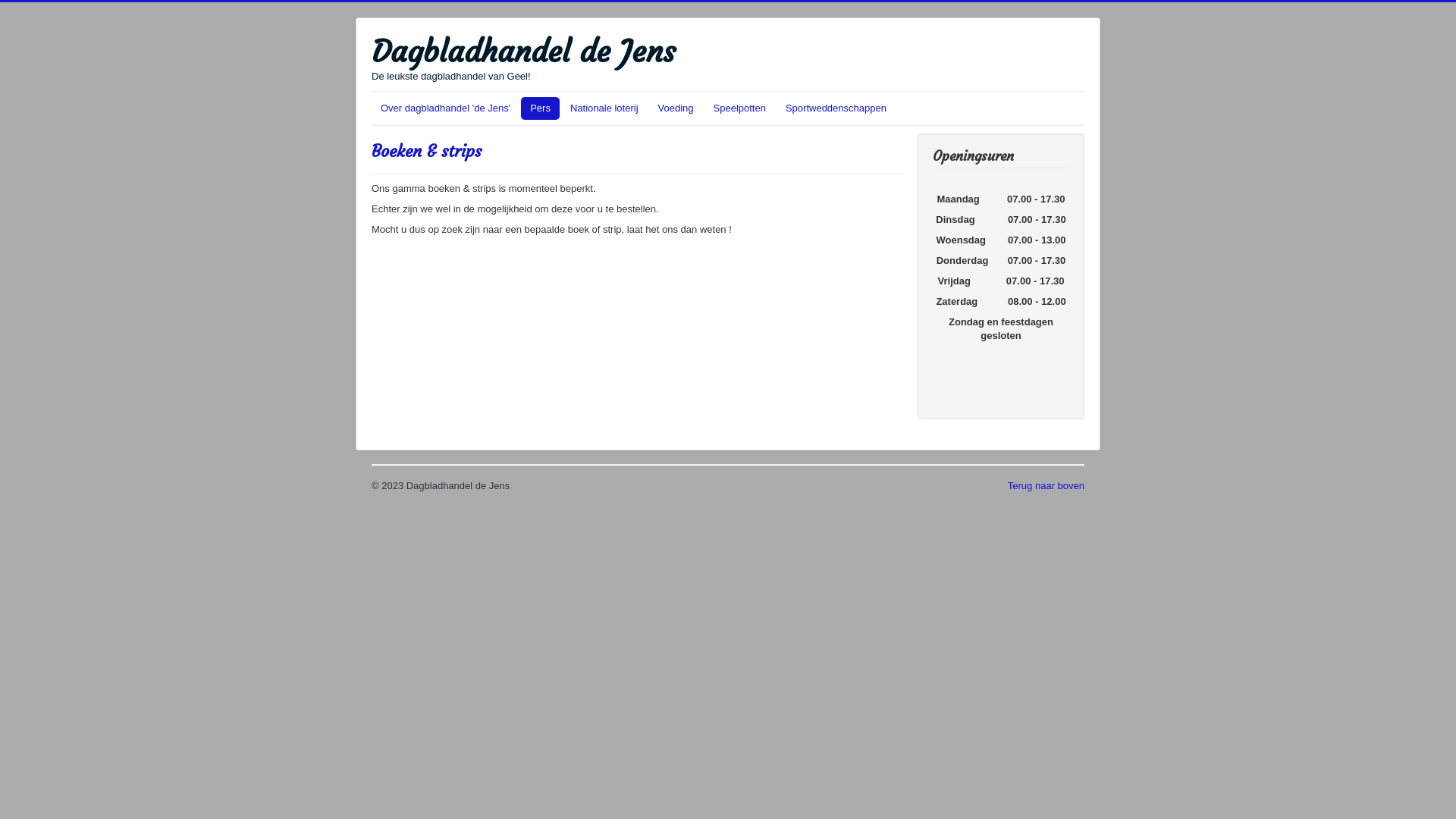 This screenshot has height=819, width=1456. What do you see at coordinates (1008, 485) in the screenshot?
I see `'Terug naar boven'` at bounding box center [1008, 485].